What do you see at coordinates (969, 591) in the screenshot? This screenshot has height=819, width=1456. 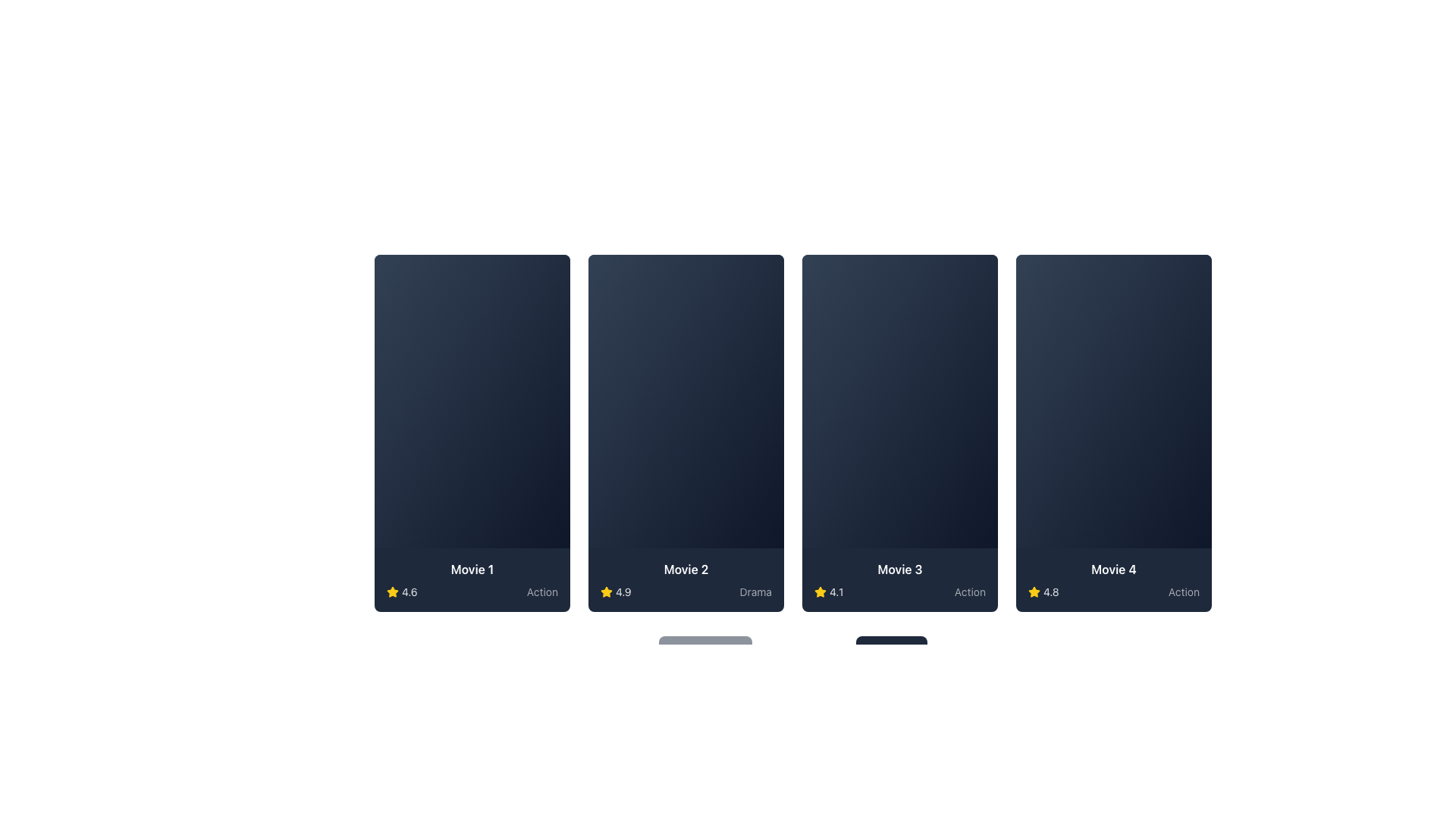 I see `the text label indicating the genre of the movie 'Action', located in the bottom-right corner of the third card, 'Movie 3'` at bounding box center [969, 591].